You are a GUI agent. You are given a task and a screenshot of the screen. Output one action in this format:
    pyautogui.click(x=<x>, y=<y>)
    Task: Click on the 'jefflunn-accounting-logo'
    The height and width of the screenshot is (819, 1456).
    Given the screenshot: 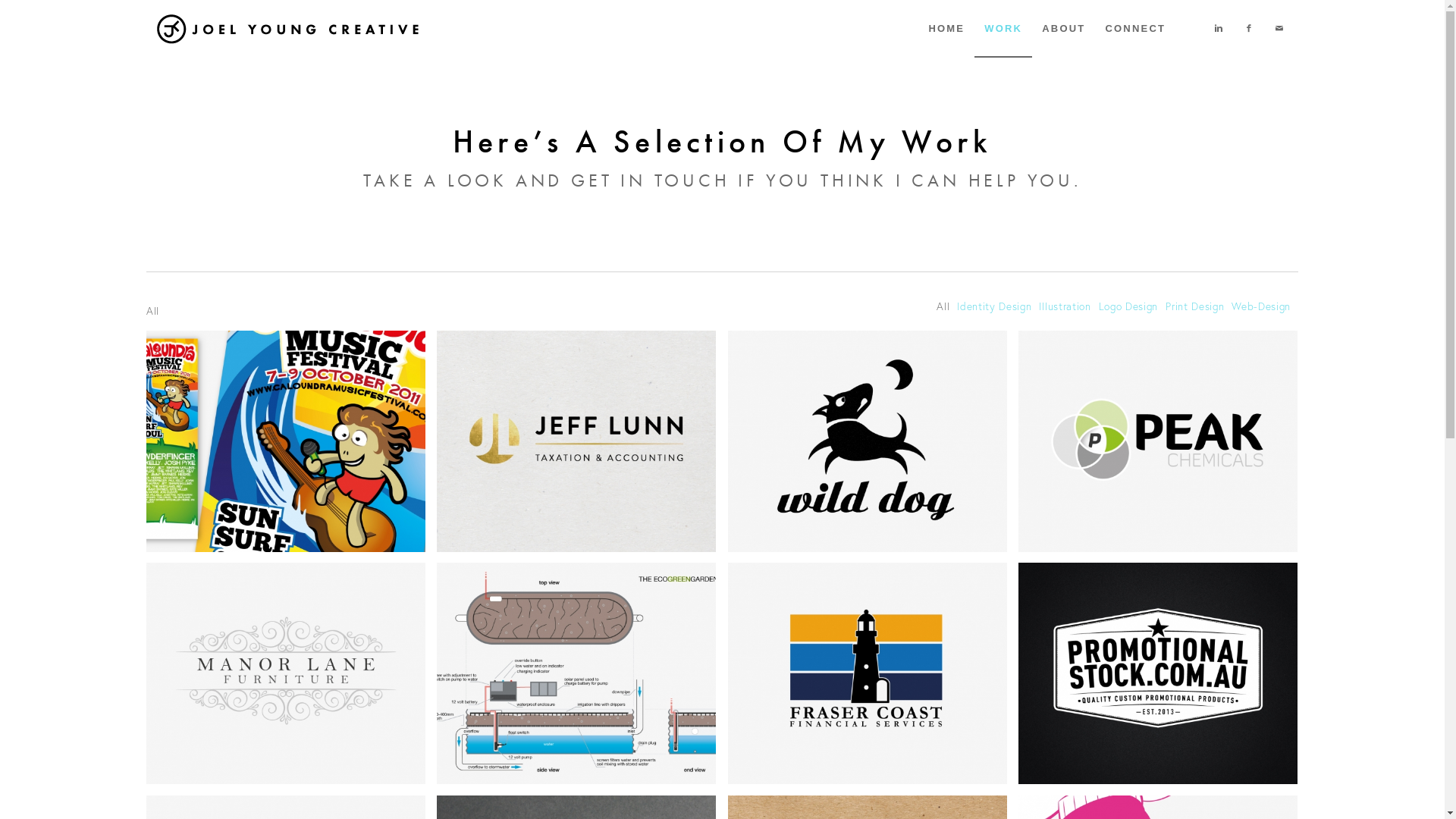 What is the action you would take?
    pyautogui.click(x=582, y=446)
    